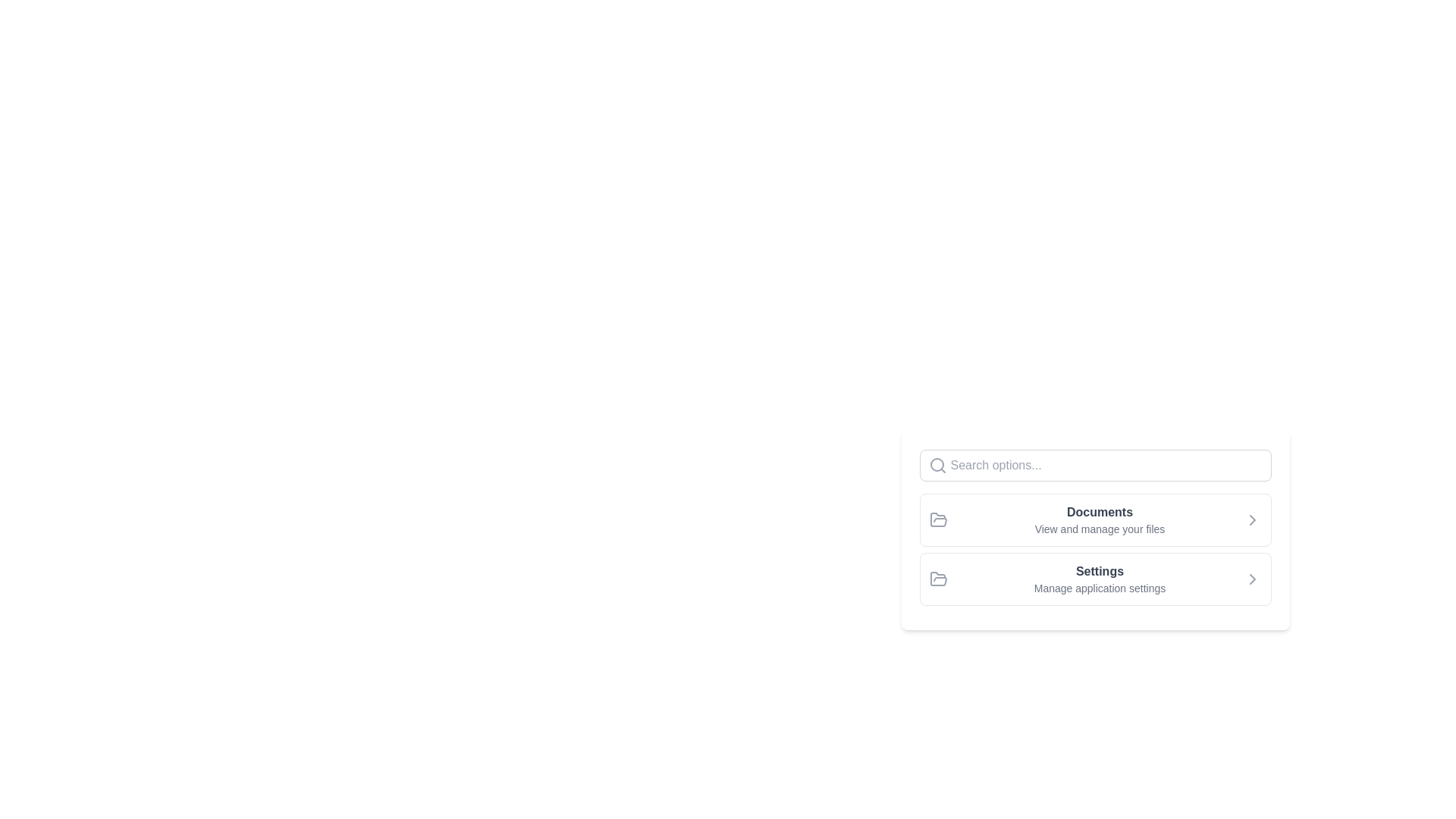  What do you see at coordinates (936, 464) in the screenshot?
I see `the small circular vector graphic element within the SVG search icon to display its tooltip or details` at bounding box center [936, 464].